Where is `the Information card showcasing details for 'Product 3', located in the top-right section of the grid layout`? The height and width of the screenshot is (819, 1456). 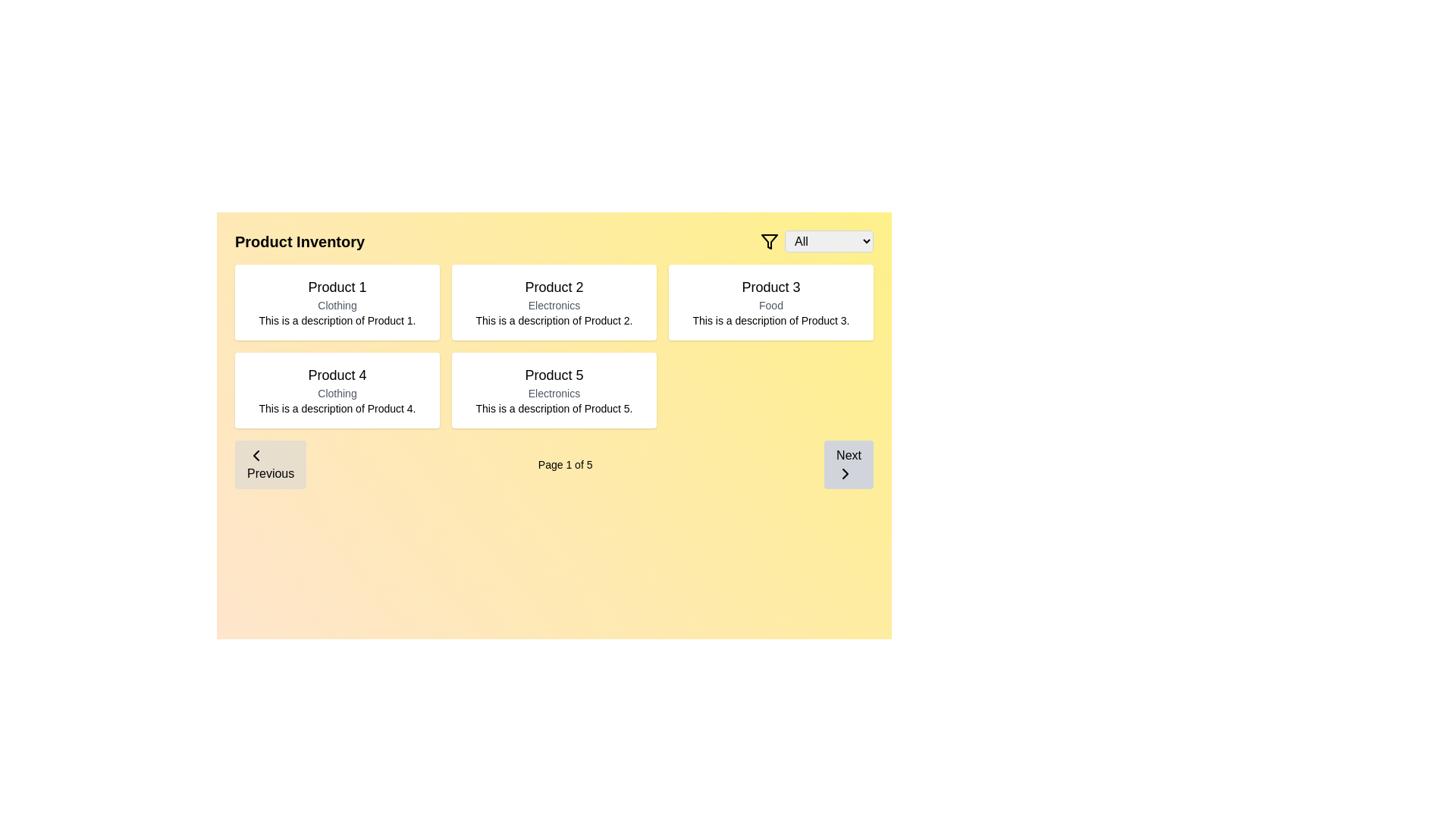
the Information card showcasing details for 'Product 3', located in the top-right section of the grid layout is located at coordinates (771, 302).